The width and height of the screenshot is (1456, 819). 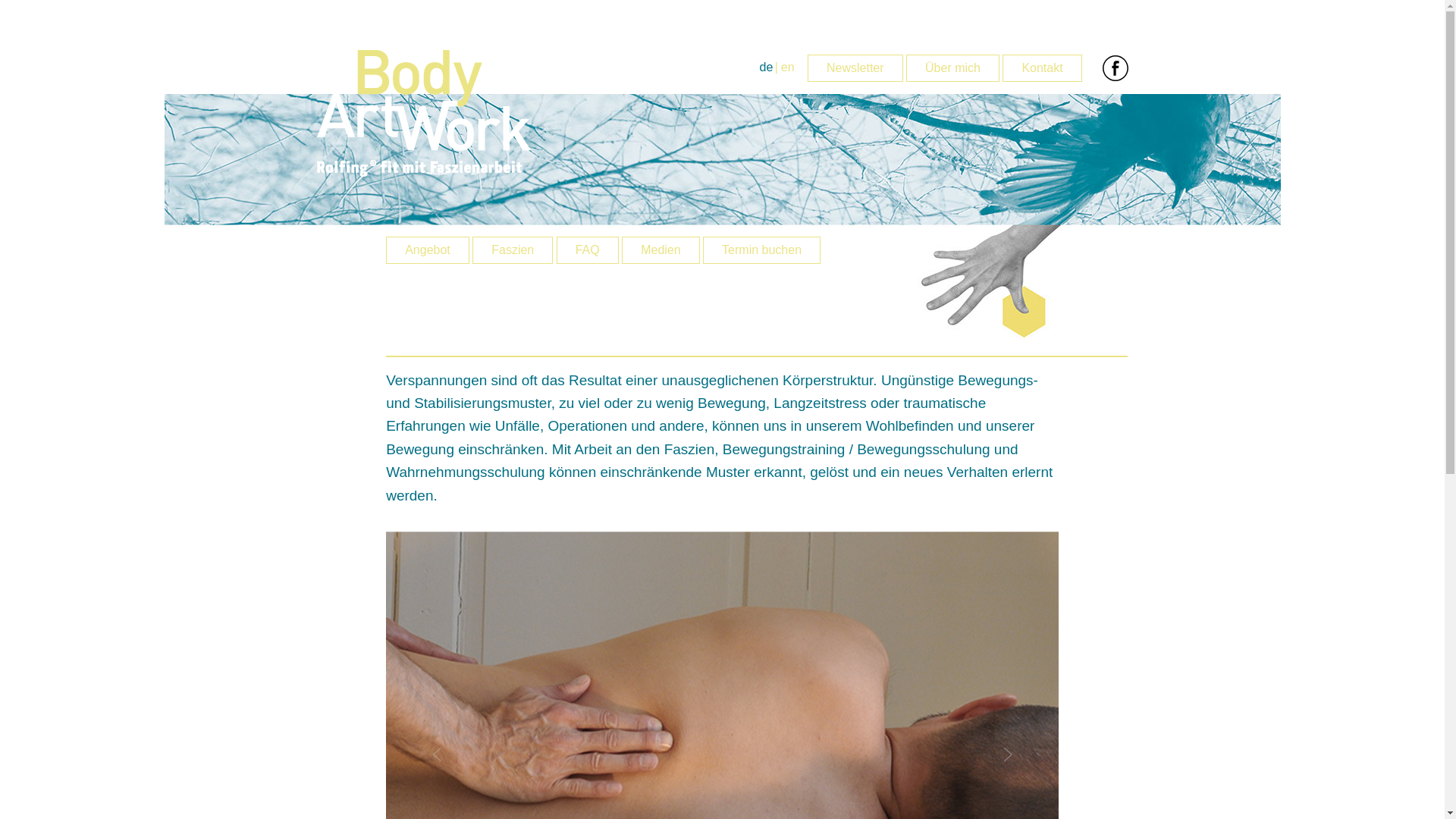 I want to click on 'Medien', so click(x=660, y=249).